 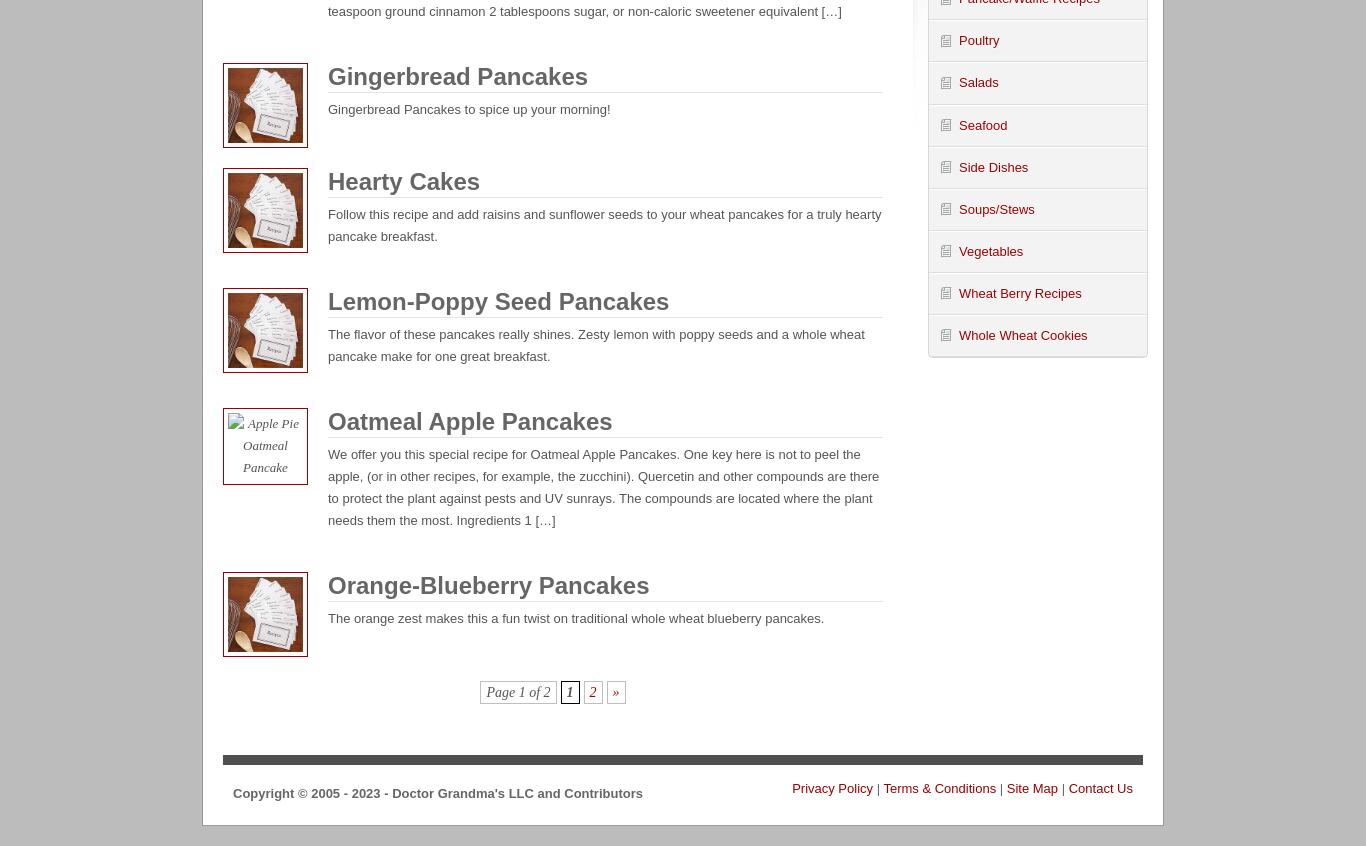 What do you see at coordinates (792, 787) in the screenshot?
I see `'Privacy Policy'` at bounding box center [792, 787].